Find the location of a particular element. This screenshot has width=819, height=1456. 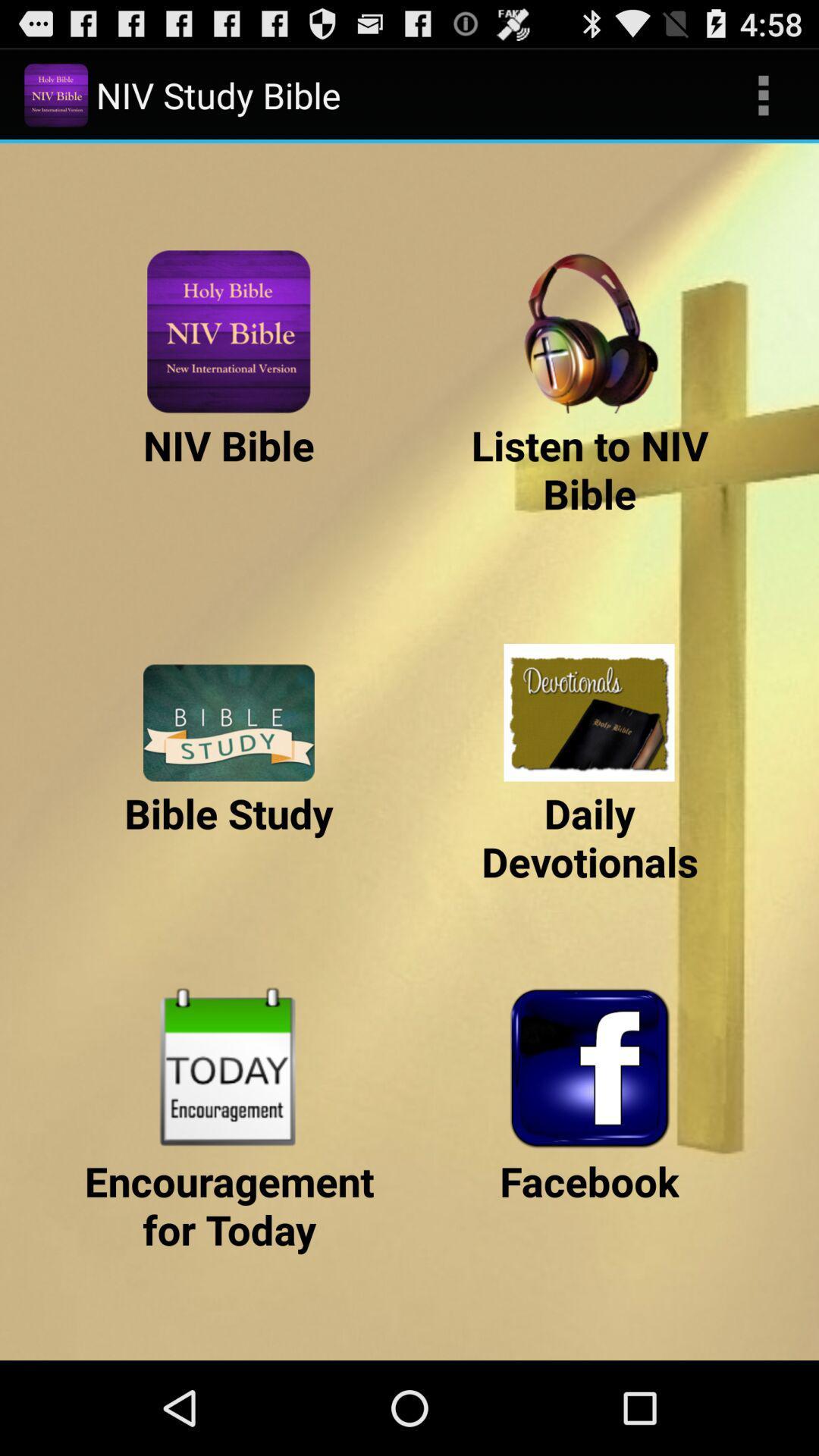

item to the right of the niv study bible is located at coordinates (763, 94).